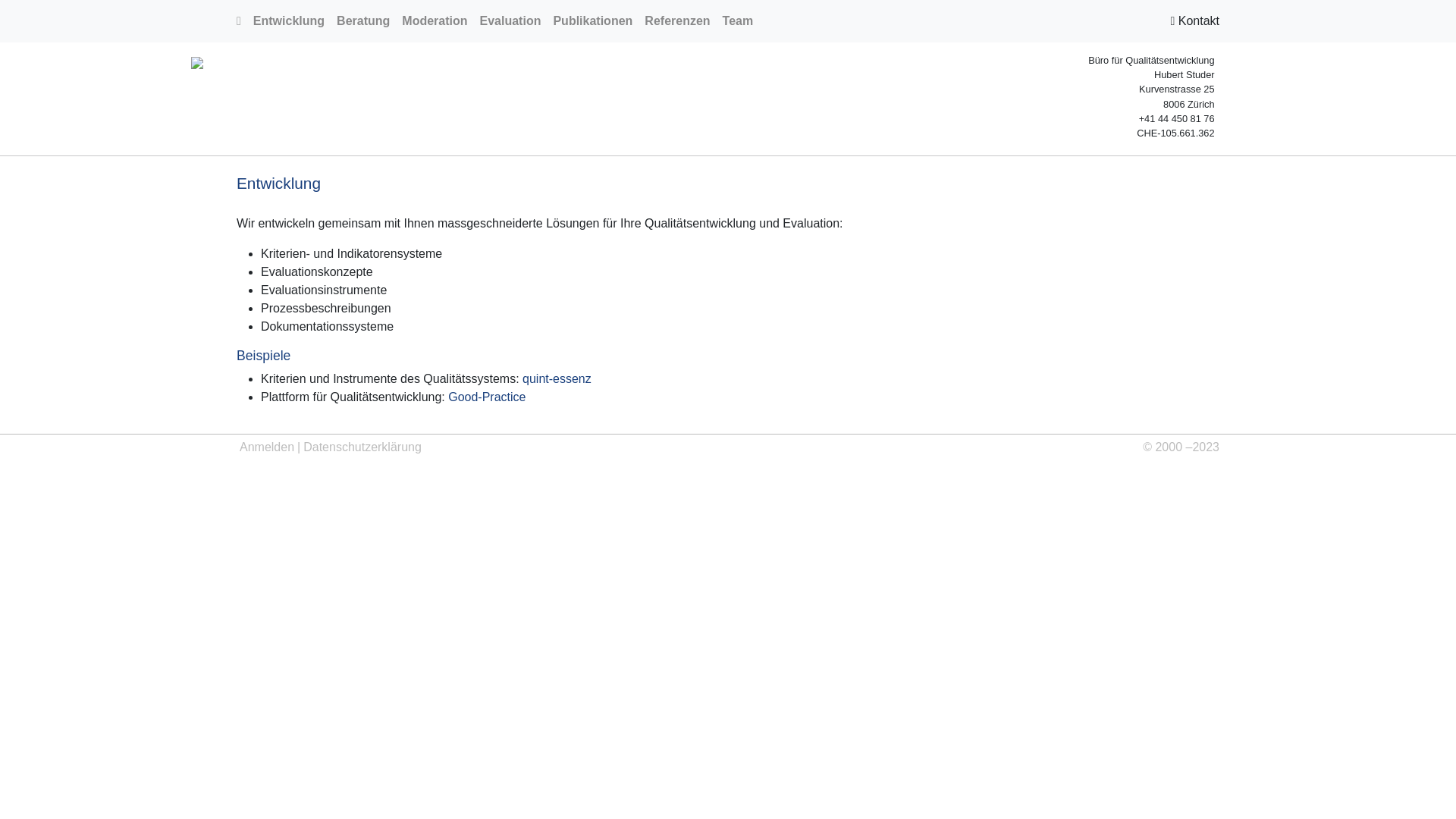  What do you see at coordinates (1169, 20) in the screenshot?
I see `'Kontakt'` at bounding box center [1169, 20].